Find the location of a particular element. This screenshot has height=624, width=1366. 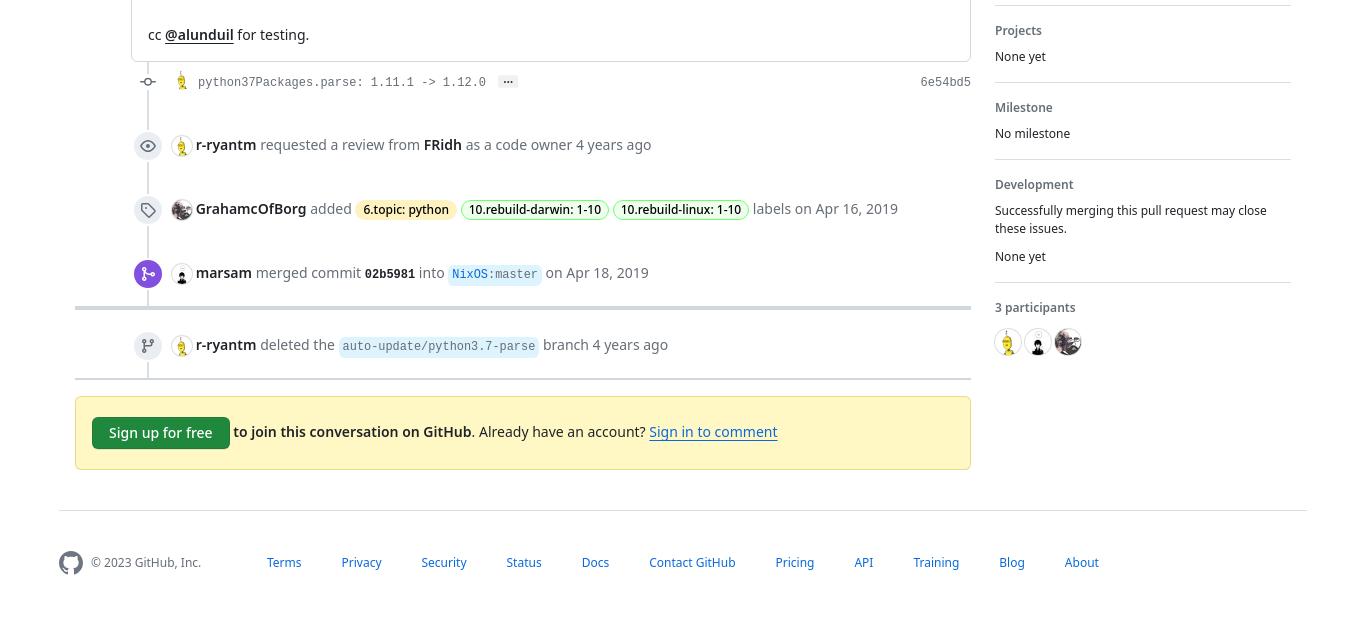

'code owner' is located at coordinates (533, 143).